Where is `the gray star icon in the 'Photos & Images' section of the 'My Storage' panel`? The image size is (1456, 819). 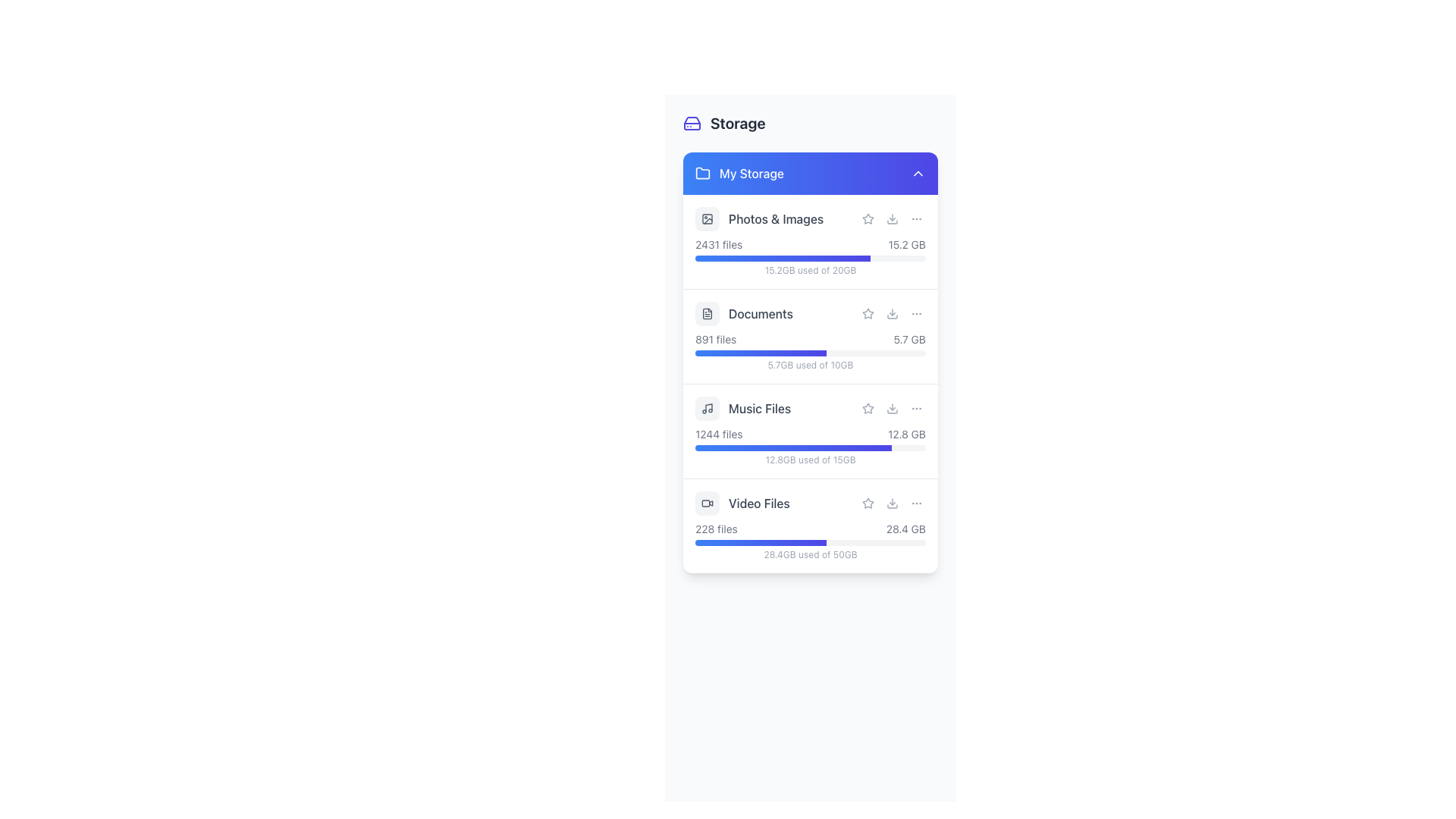
the gray star icon in the 'Photos & Images' section of the 'My Storage' panel is located at coordinates (868, 219).